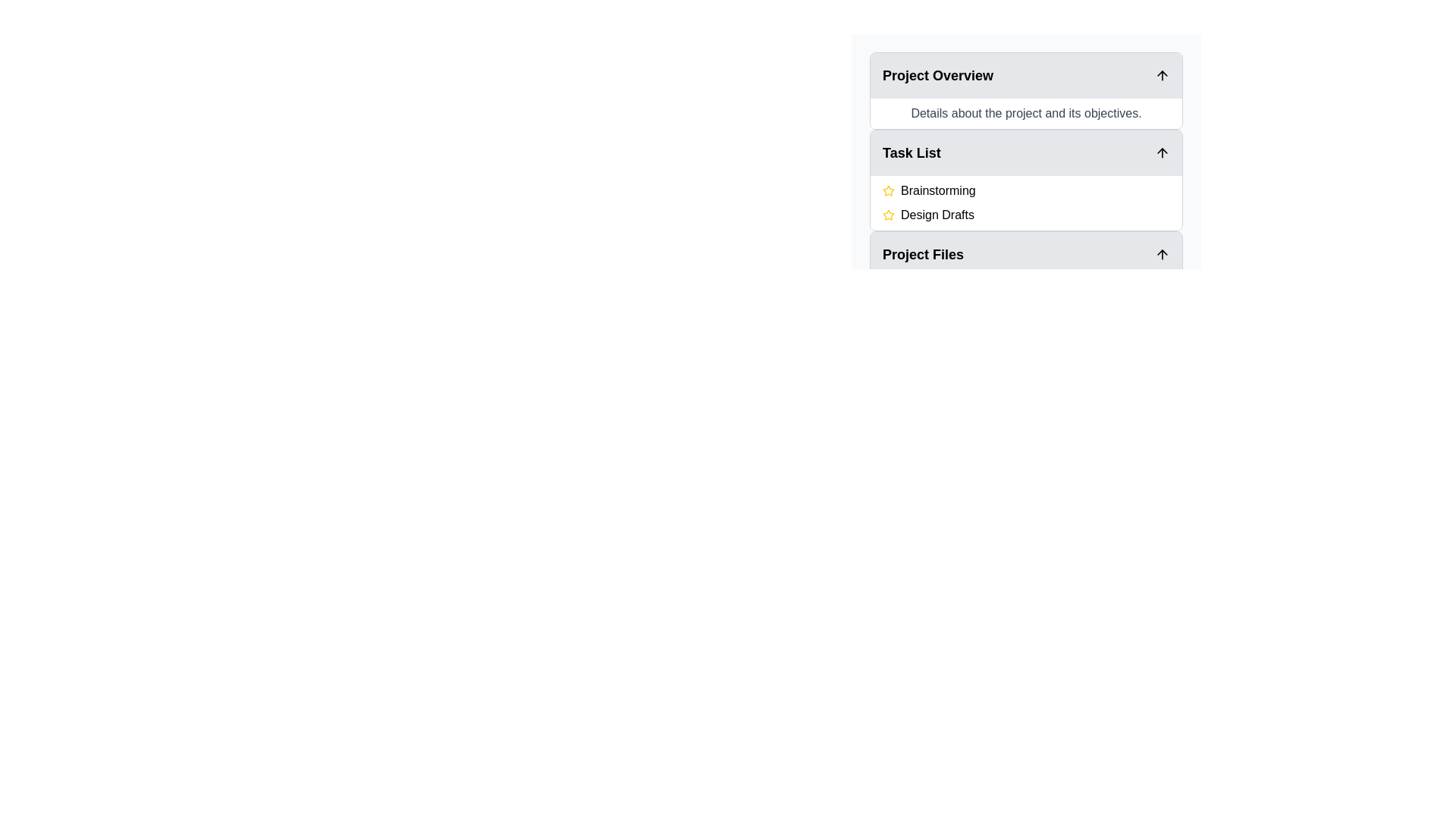 The width and height of the screenshot is (1456, 819). Describe the element at coordinates (1026, 113) in the screenshot. I see `the textual description element in the 'Project Overview' section, which serves as an introductory text for the project objectives` at that location.